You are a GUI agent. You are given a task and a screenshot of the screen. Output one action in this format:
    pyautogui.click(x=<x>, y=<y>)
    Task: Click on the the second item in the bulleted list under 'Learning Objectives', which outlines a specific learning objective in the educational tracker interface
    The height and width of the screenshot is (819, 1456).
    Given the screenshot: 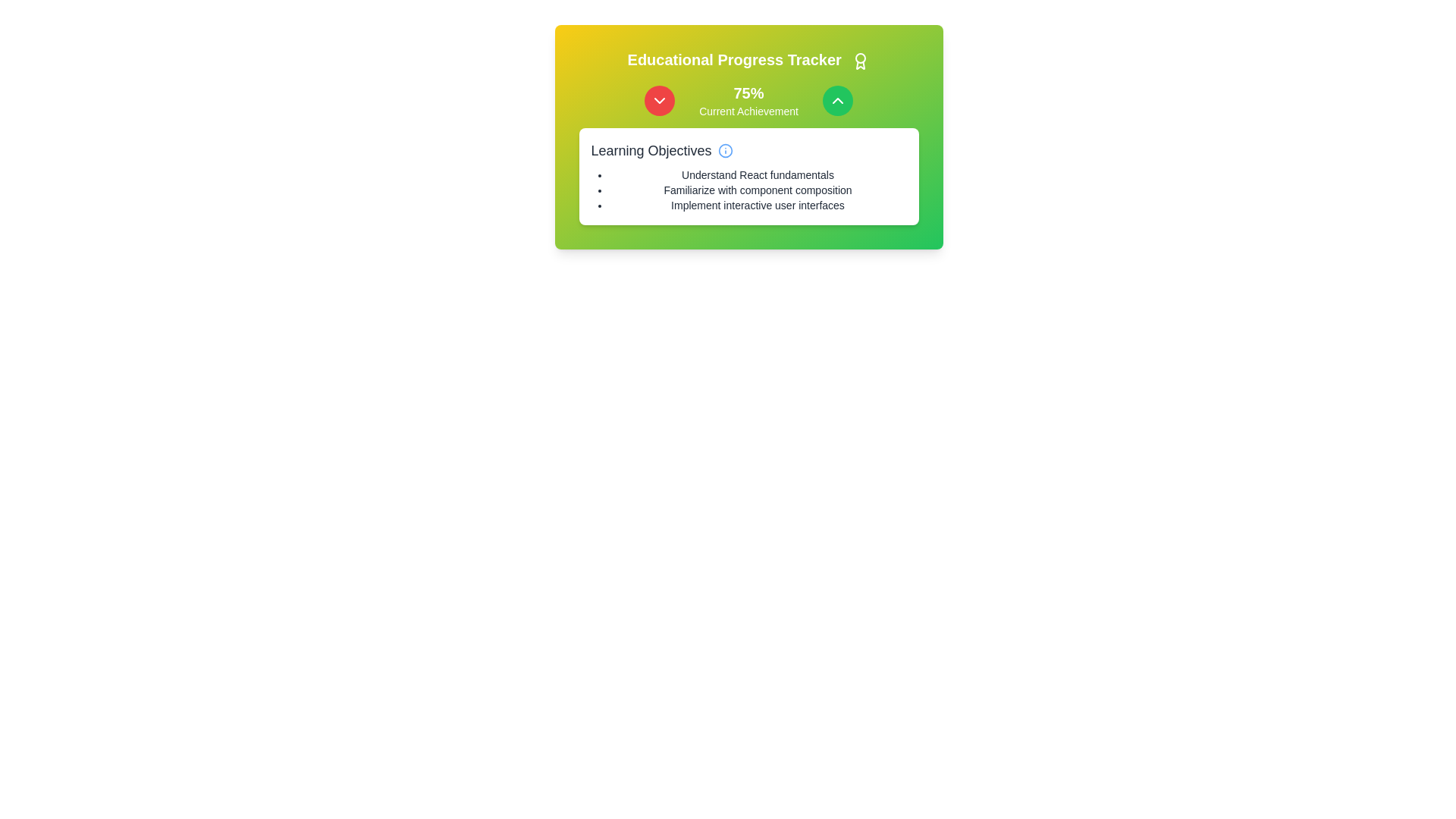 What is the action you would take?
    pyautogui.click(x=758, y=189)
    